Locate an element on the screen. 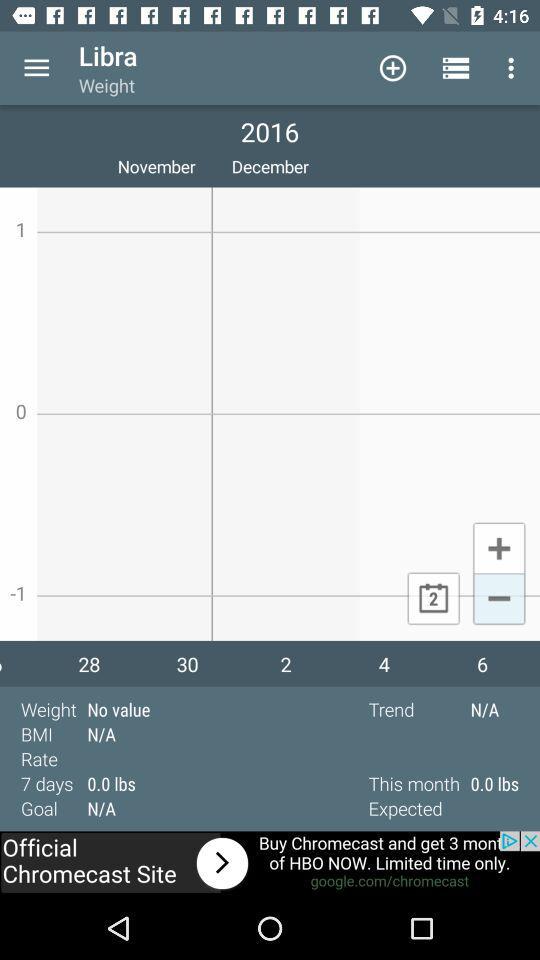 The image size is (540, 960). get menu options is located at coordinates (36, 68).